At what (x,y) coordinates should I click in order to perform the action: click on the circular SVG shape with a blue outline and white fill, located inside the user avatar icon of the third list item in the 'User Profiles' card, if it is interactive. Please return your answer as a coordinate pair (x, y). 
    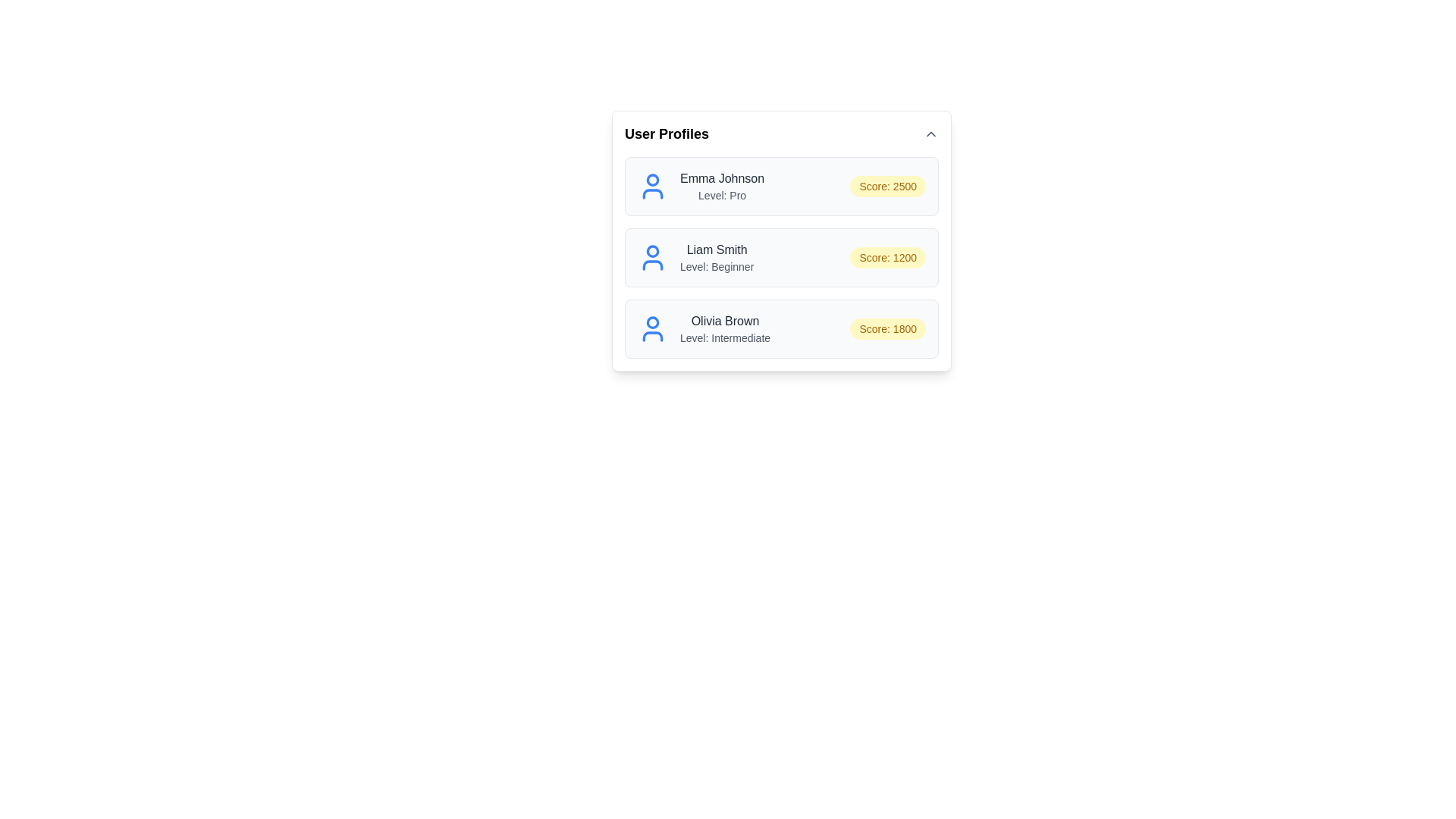
    Looking at the image, I should click on (652, 321).